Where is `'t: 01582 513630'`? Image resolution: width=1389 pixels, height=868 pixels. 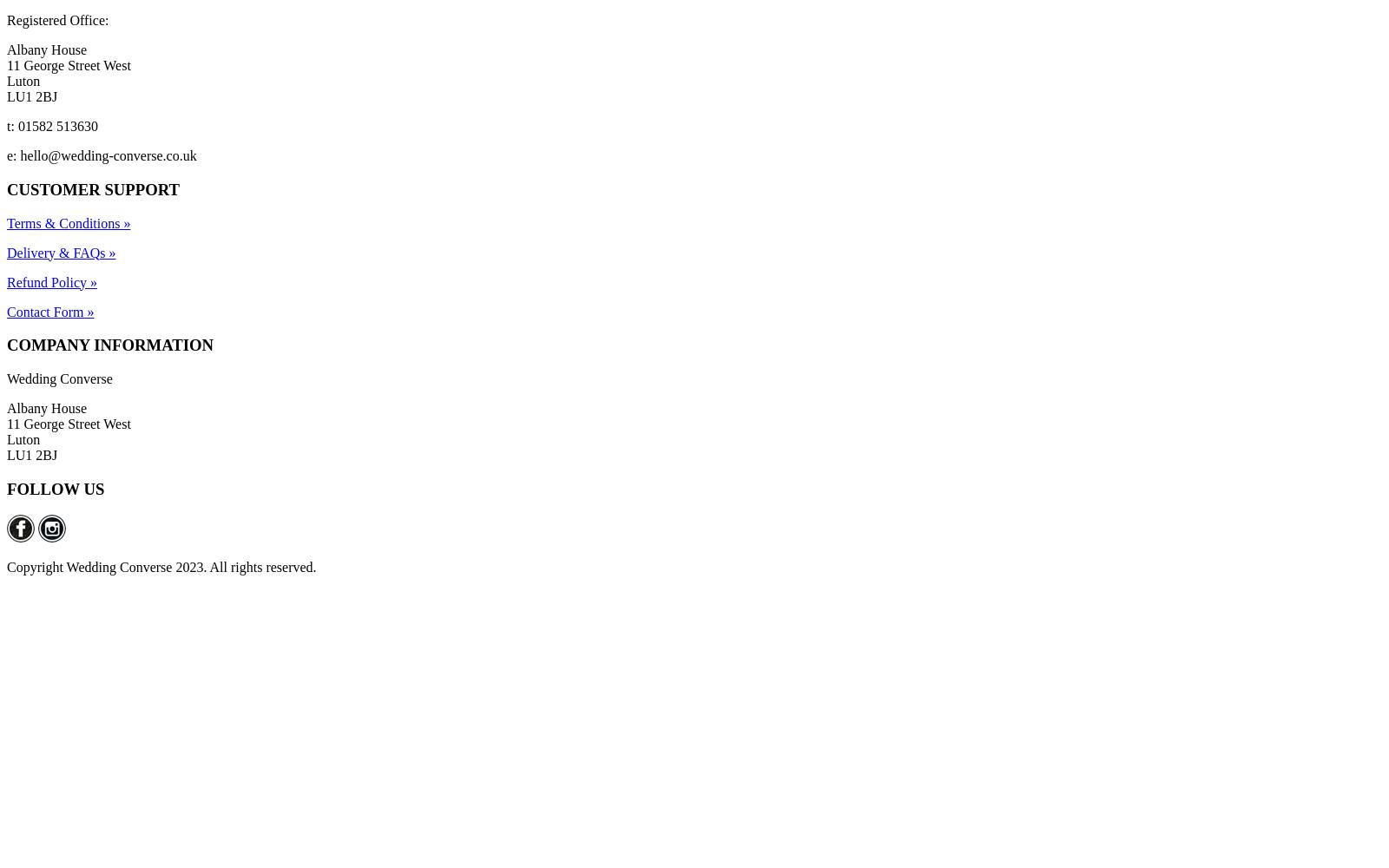
't: 01582 513630' is located at coordinates (51, 126).